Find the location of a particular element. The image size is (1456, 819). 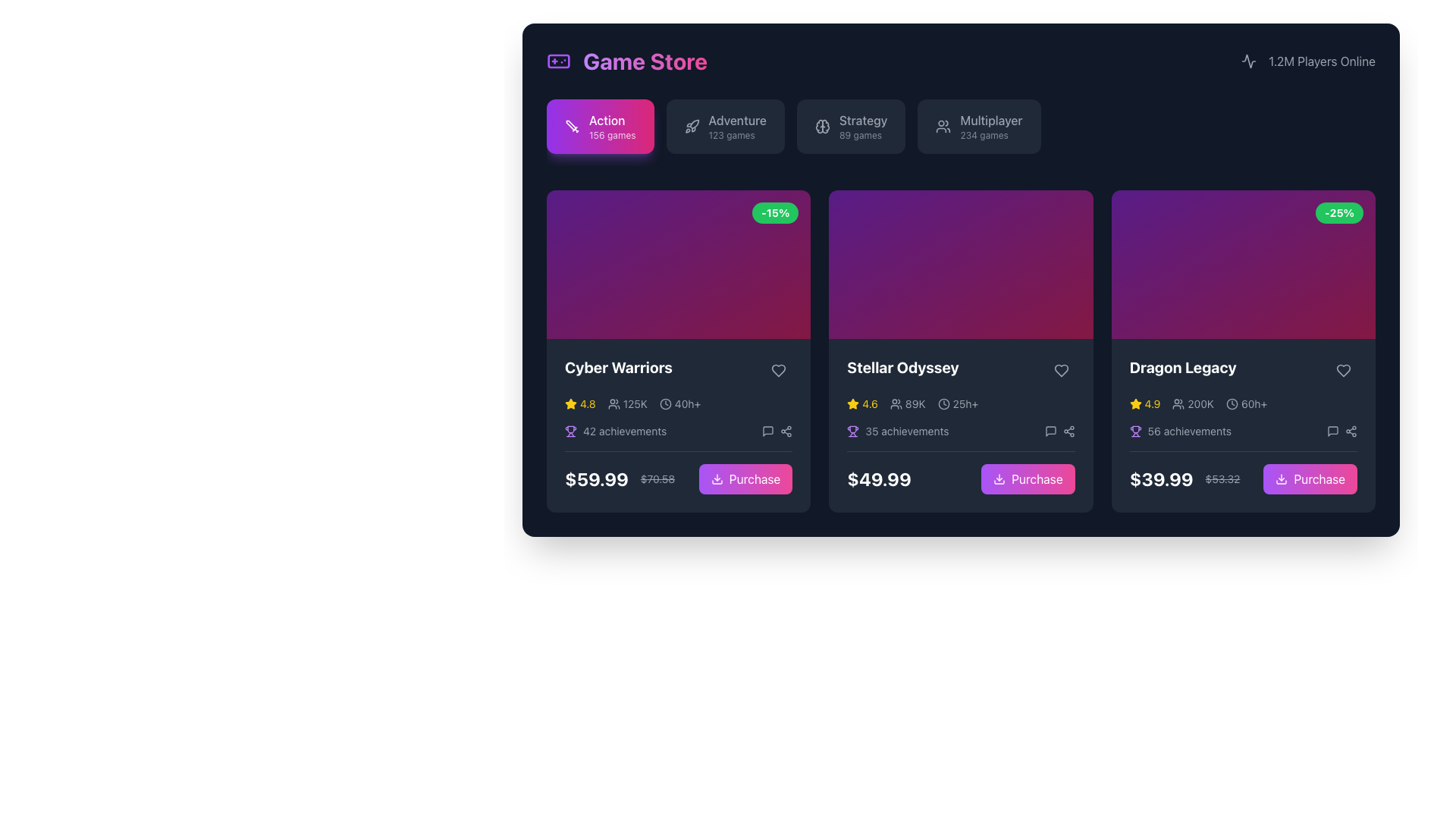

text label displaying '42 achievements' located next to the trophy icon in the Cyber Warriors game card is located at coordinates (625, 431).